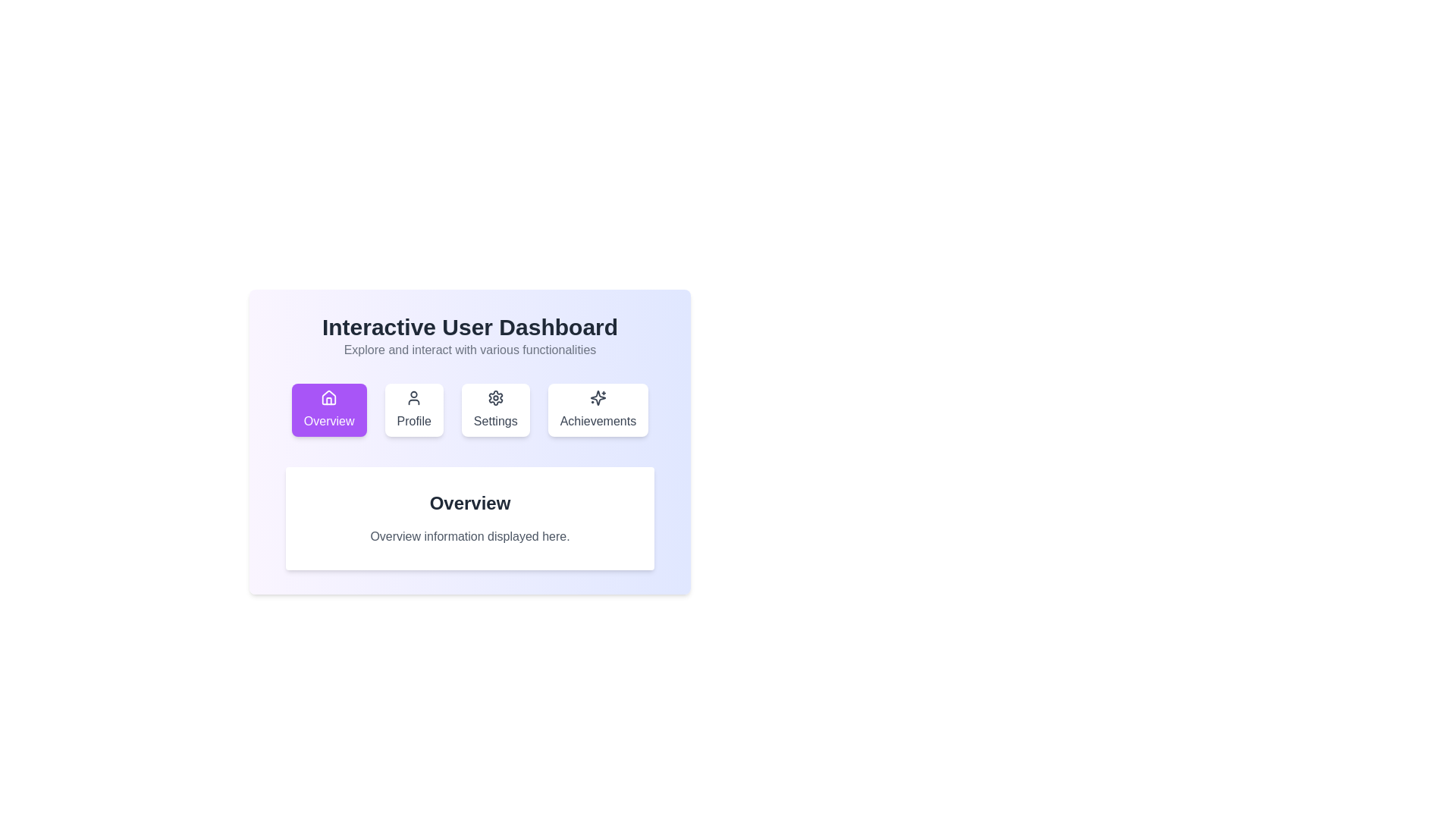 This screenshot has width=1456, height=819. Describe the element at coordinates (495, 421) in the screenshot. I see `the 'Settings' text label, which is a medium-weight dark gray font located below the gear icon and alongside other labels such as 'Overview' and 'Profile'` at that location.